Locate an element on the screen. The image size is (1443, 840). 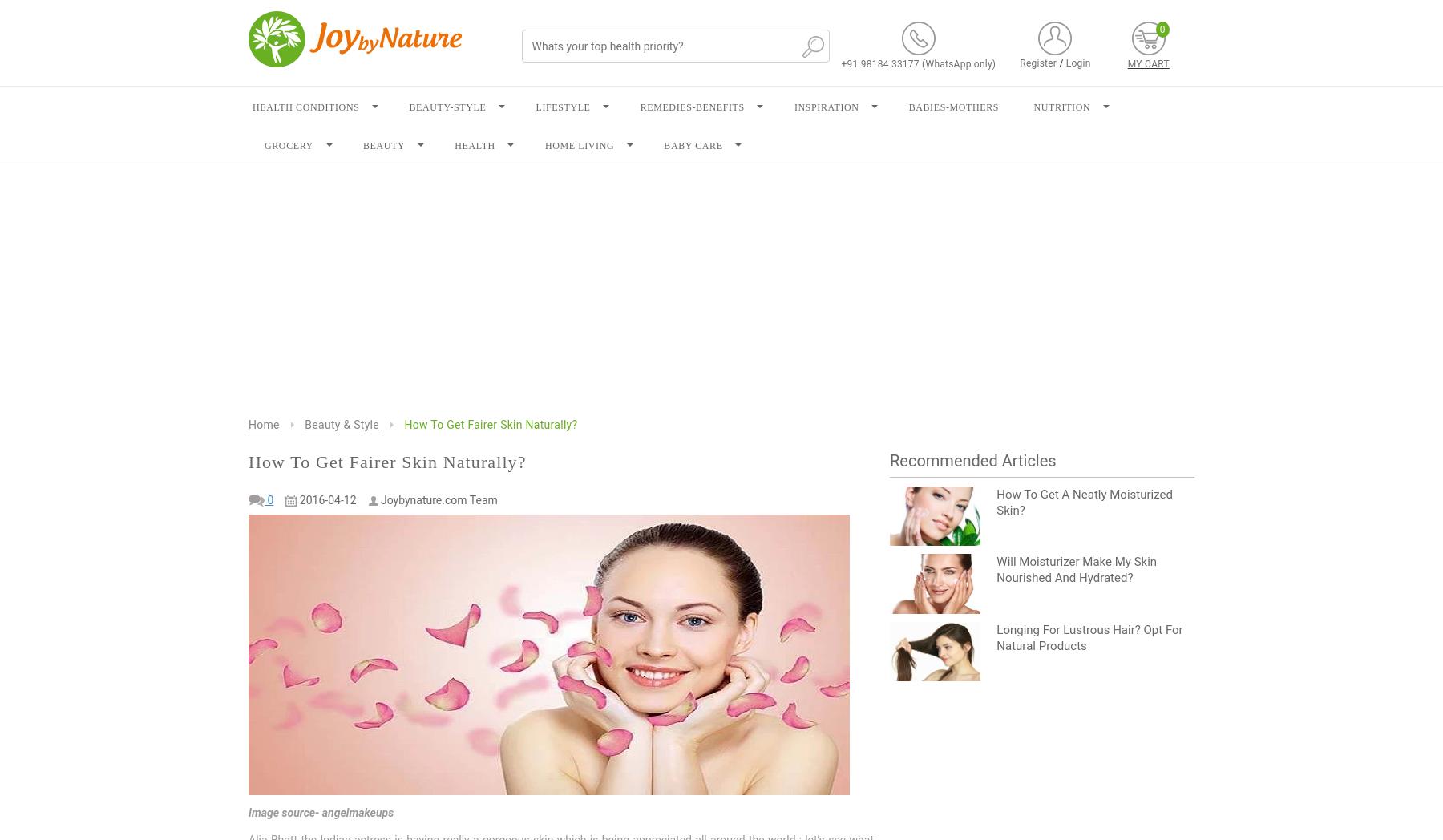
'Longing For Lustrous Hair? Opt For Natural Products' is located at coordinates (1089, 636).